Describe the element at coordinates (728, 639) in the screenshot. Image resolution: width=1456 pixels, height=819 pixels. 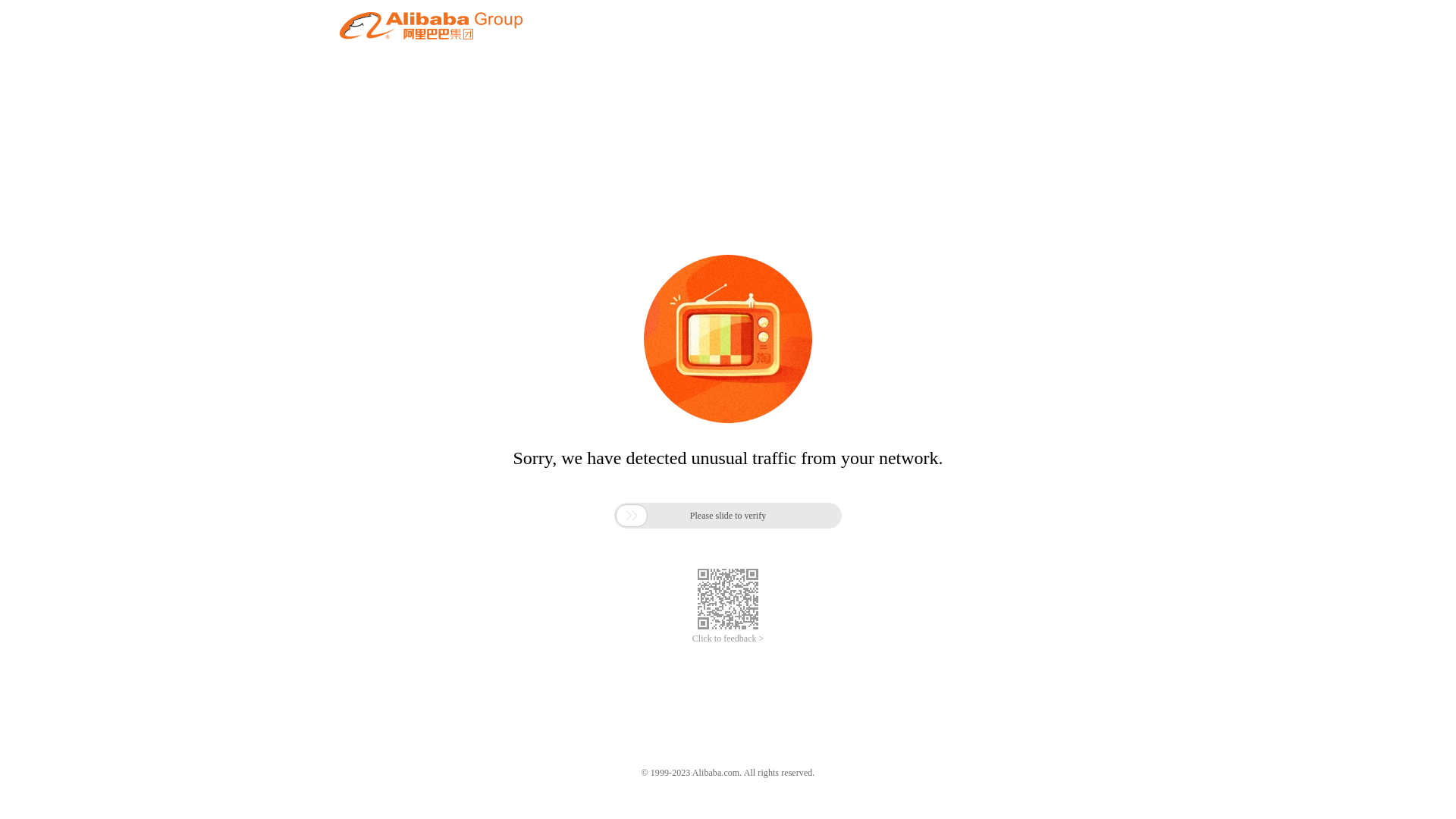
I see `'Click to feedback >'` at that location.